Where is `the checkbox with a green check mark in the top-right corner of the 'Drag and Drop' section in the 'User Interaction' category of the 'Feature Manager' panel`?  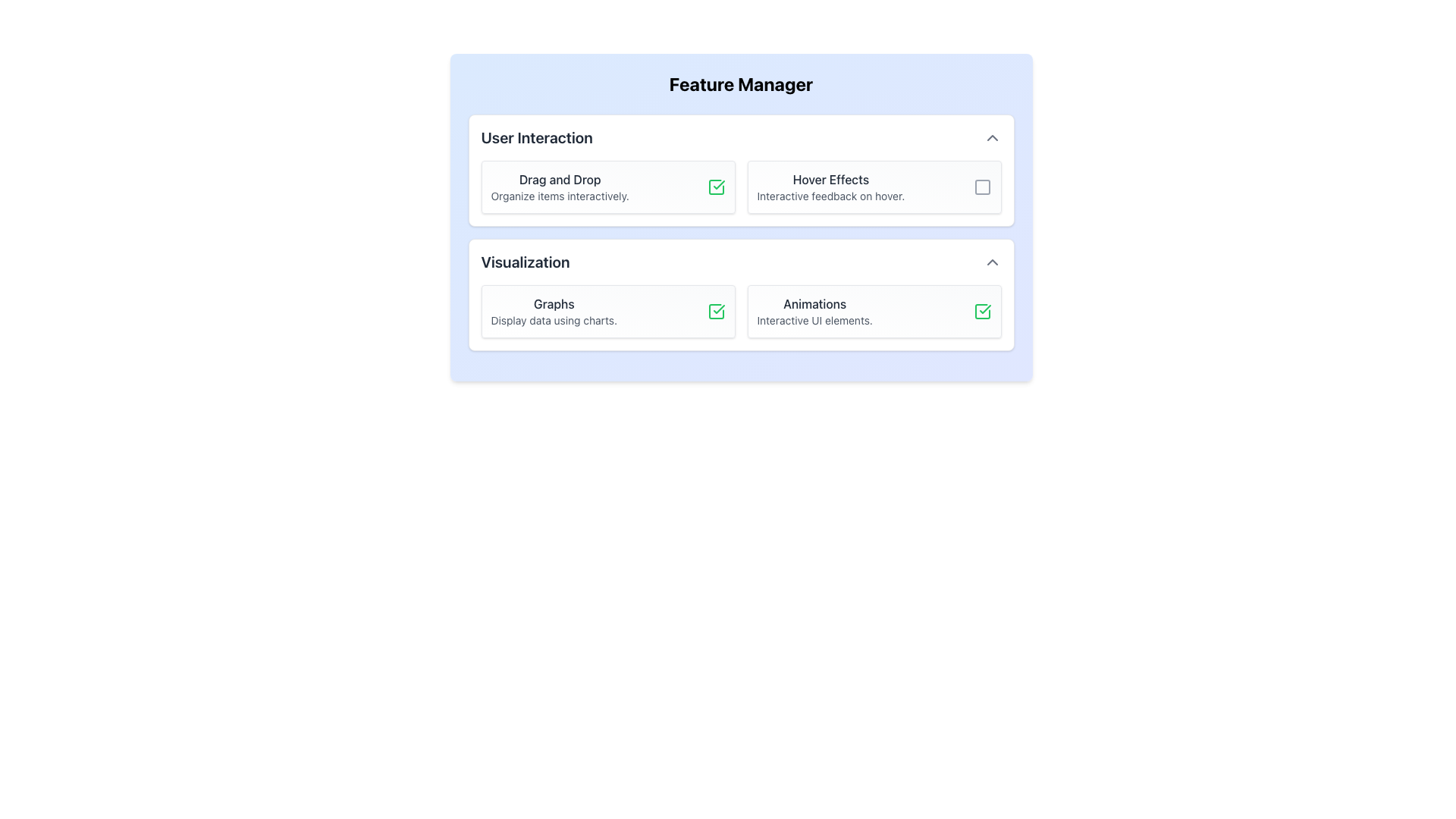
the checkbox with a green check mark in the top-right corner of the 'Drag and Drop' section in the 'User Interaction' category of the 'Feature Manager' panel is located at coordinates (715, 186).